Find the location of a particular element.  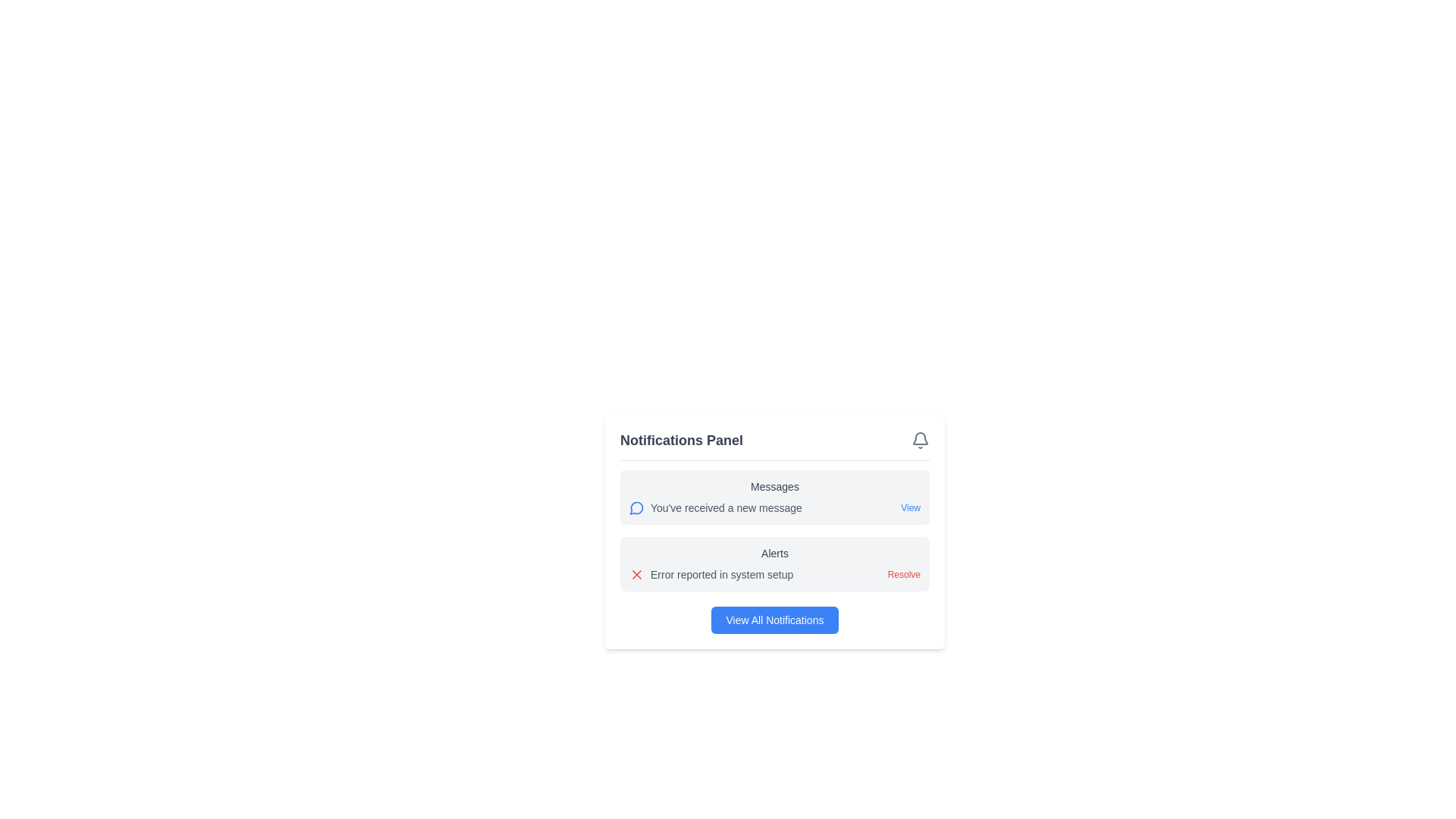

the small blue circular icon with a white speech bubble design located to the left of the text 'You've received a new message' in the notifications panel is located at coordinates (637, 508).